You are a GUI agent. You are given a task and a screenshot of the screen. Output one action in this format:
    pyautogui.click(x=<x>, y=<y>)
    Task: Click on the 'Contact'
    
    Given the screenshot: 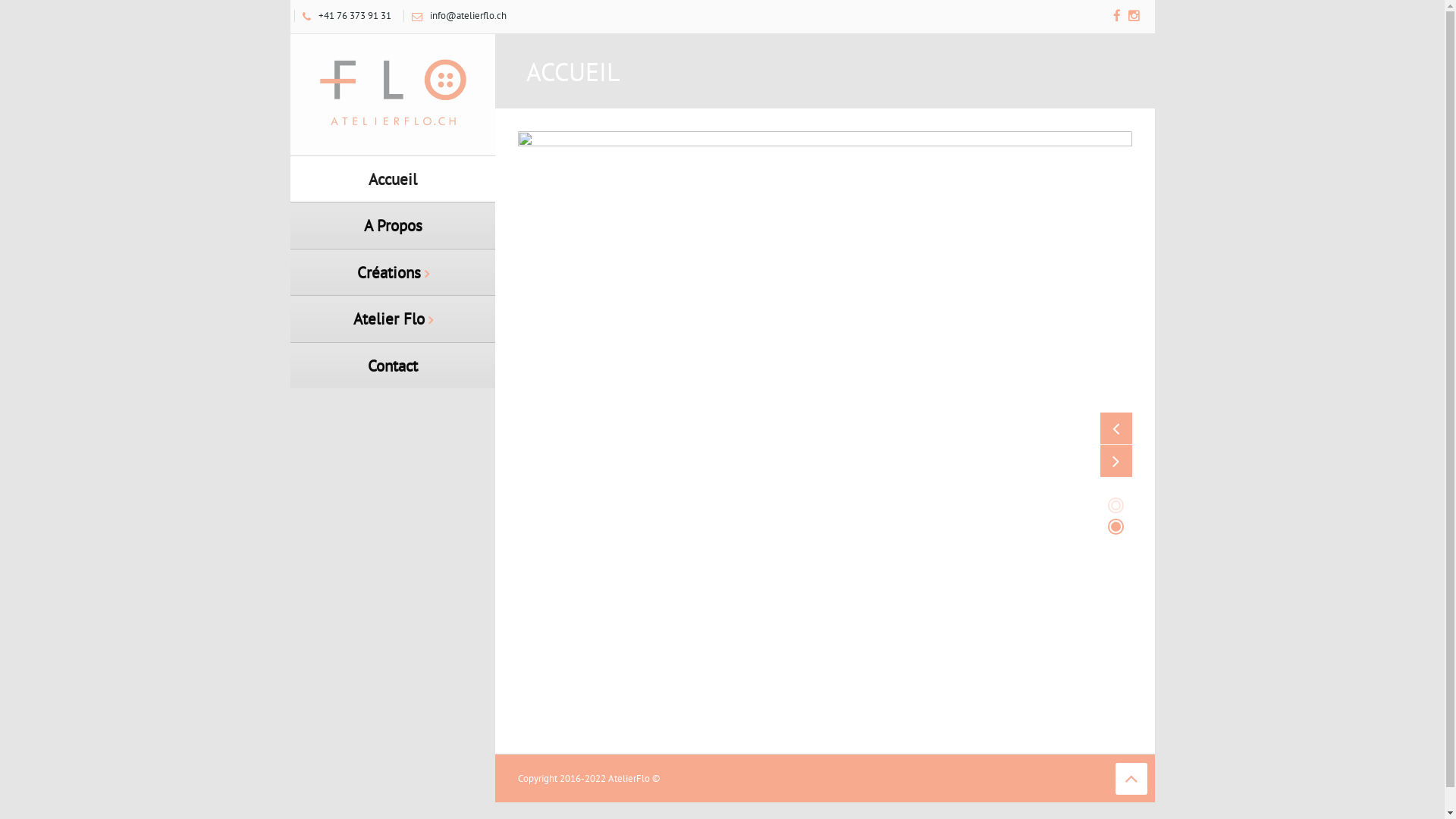 What is the action you would take?
    pyautogui.click(x=290, y=365)
    